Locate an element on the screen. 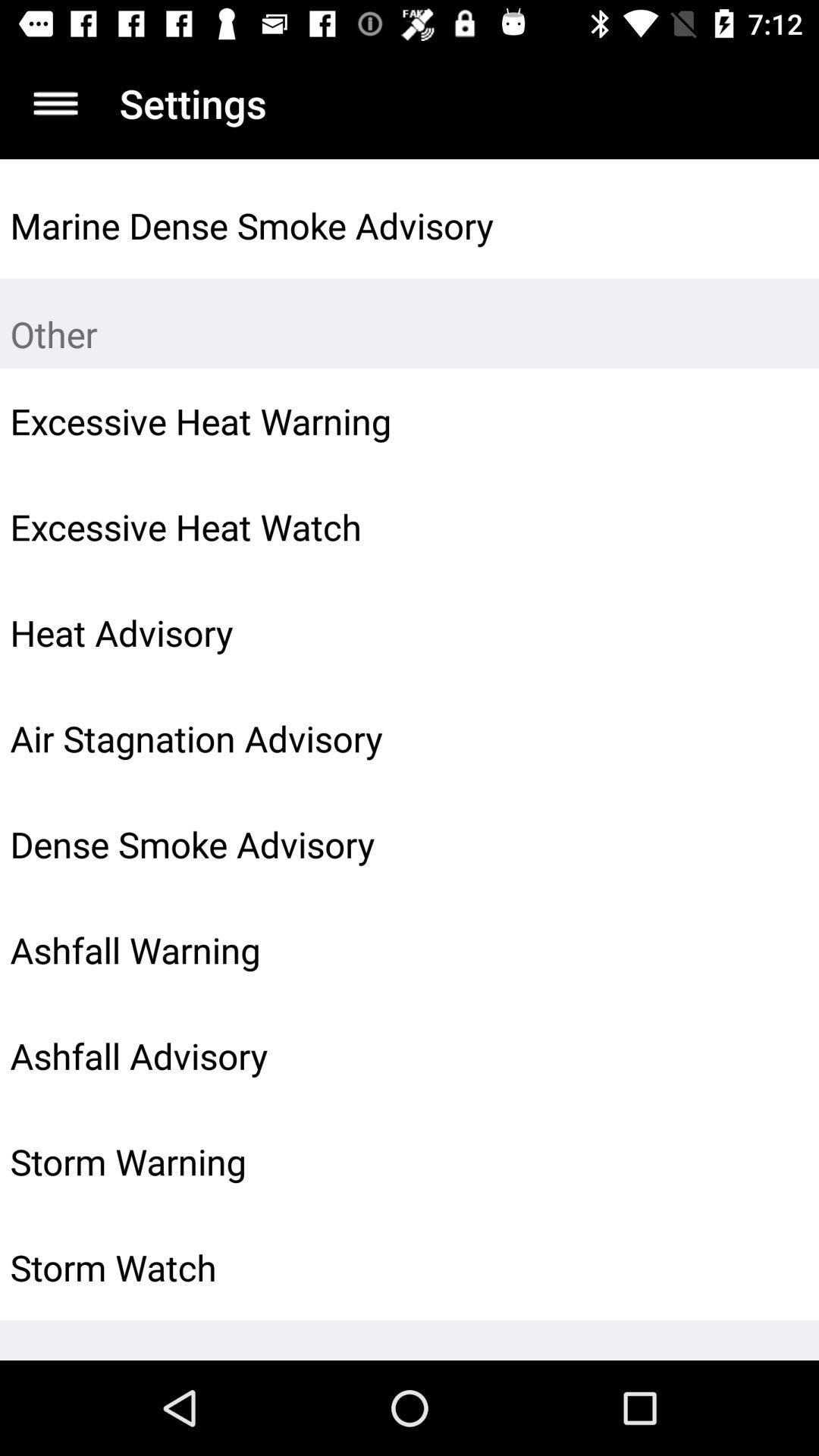 Image resolution: width=819 pixels, height=1456 pixels. item to the right of the ashfall advisory item is located at coordinates (771, 1055).